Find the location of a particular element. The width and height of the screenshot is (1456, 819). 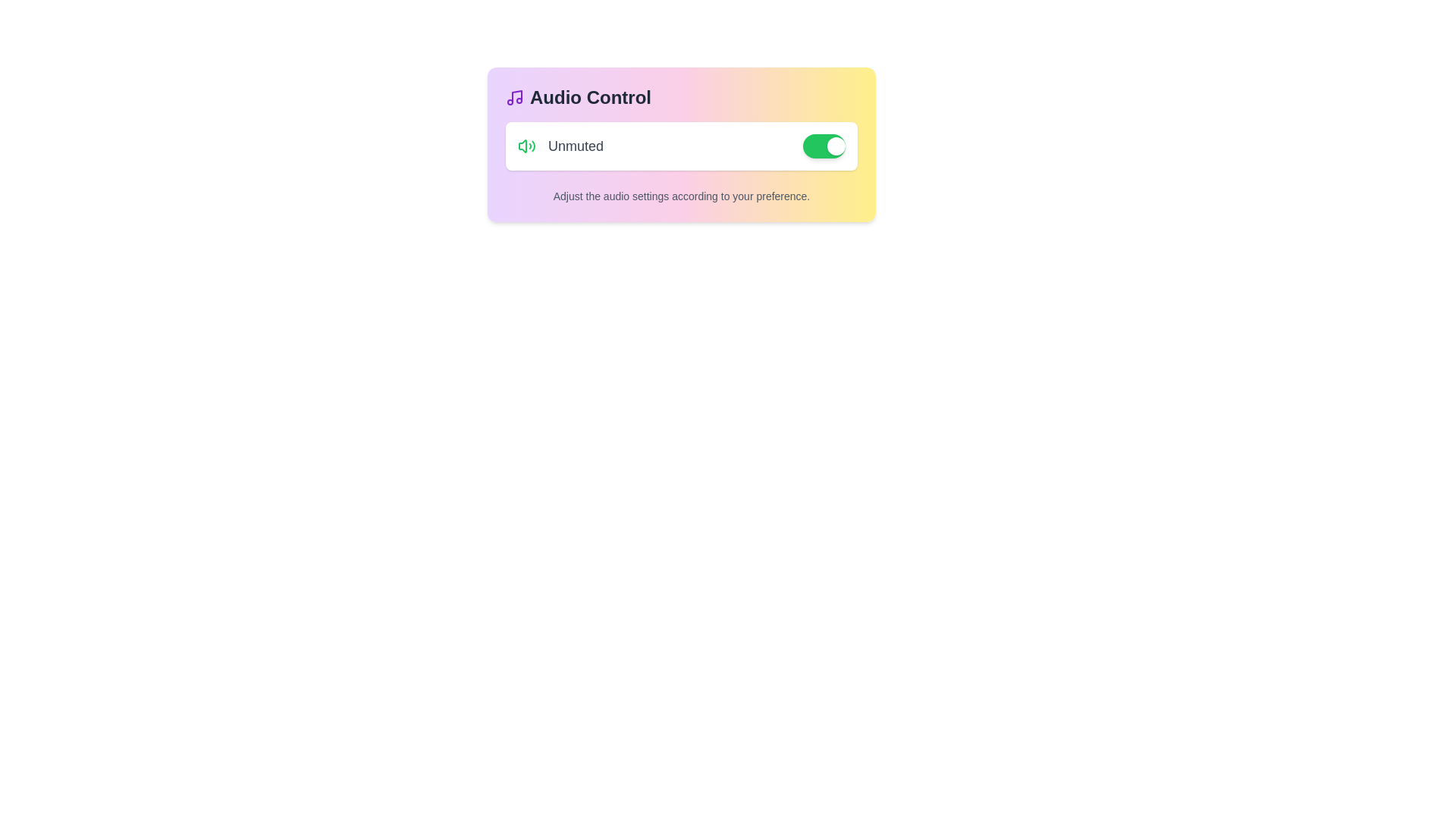

the Static Text Label indicating the current audio setting status, which is 'Unmuted', positioned within the white card on the left side of the toggle switch is located at coordinates (560, 146).